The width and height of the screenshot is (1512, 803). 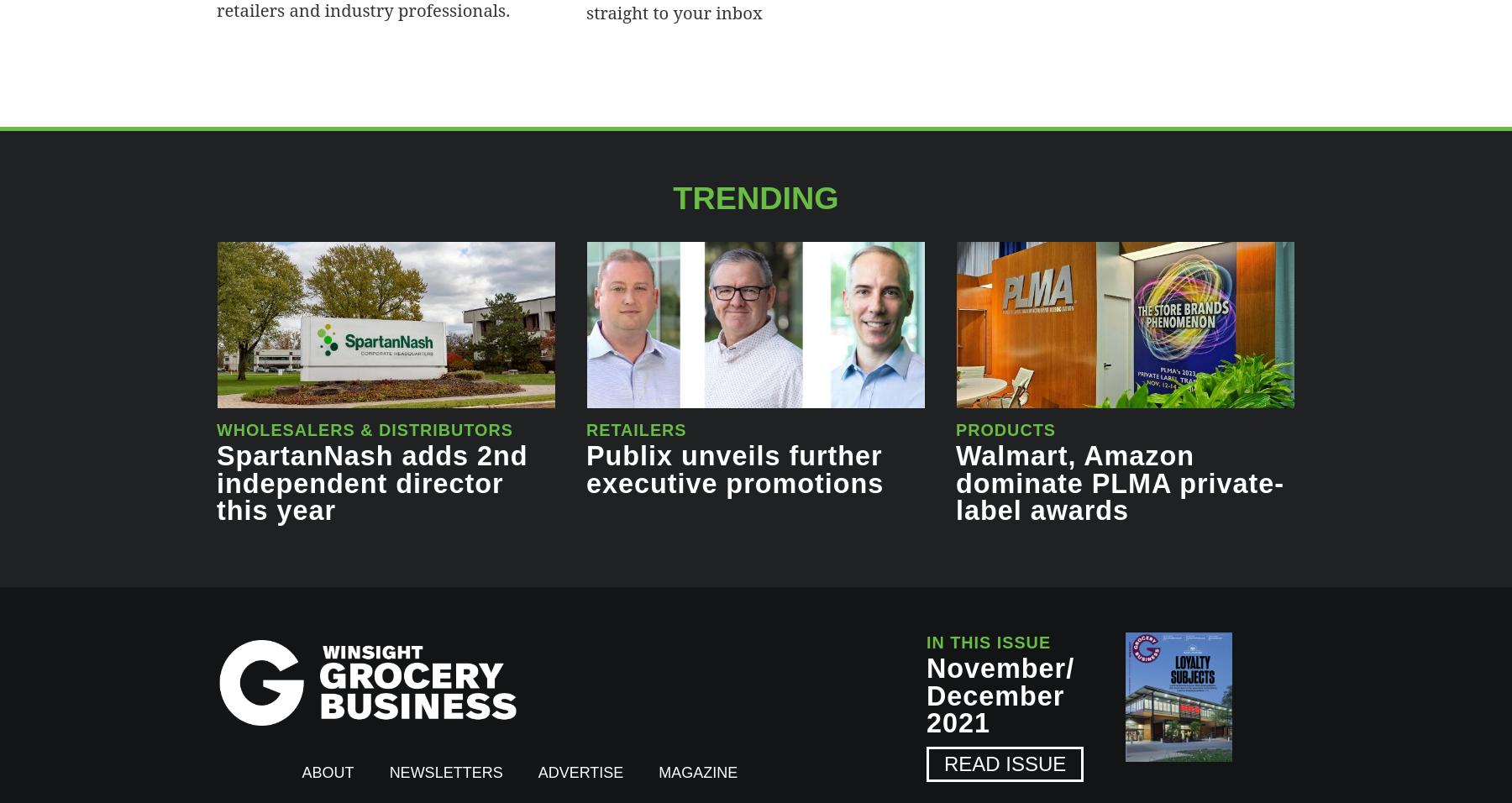 What do you see at coordinates (580, 772) in the screenshot?
I see `'Advertise'` at bounding box center [580, 772].